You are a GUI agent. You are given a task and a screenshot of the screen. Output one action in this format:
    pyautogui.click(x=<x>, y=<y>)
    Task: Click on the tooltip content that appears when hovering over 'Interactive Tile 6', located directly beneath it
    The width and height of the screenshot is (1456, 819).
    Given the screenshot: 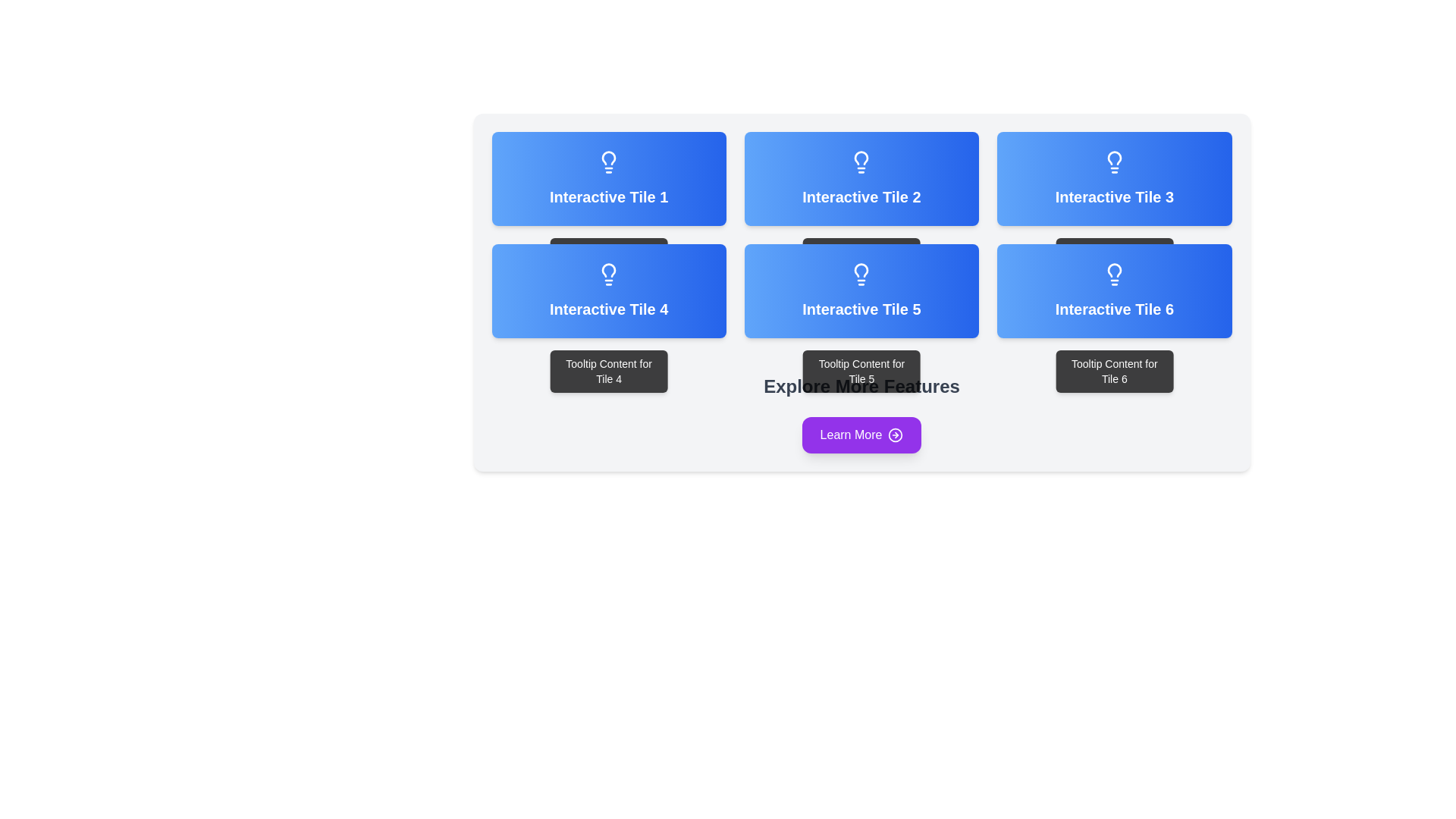 What is the action you would take?
    pyautogui.click(x=1114, y=371)
    